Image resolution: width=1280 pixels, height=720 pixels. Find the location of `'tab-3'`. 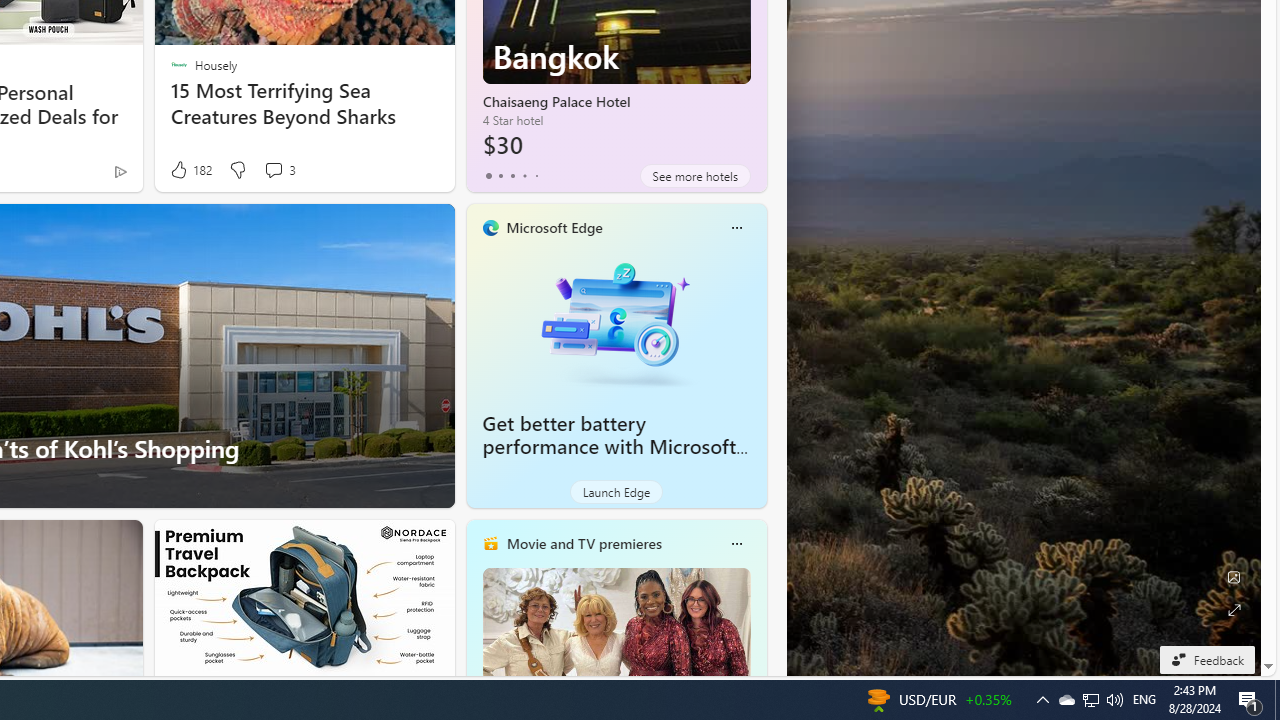

'tab-3' is located at coordinates (524, 175).